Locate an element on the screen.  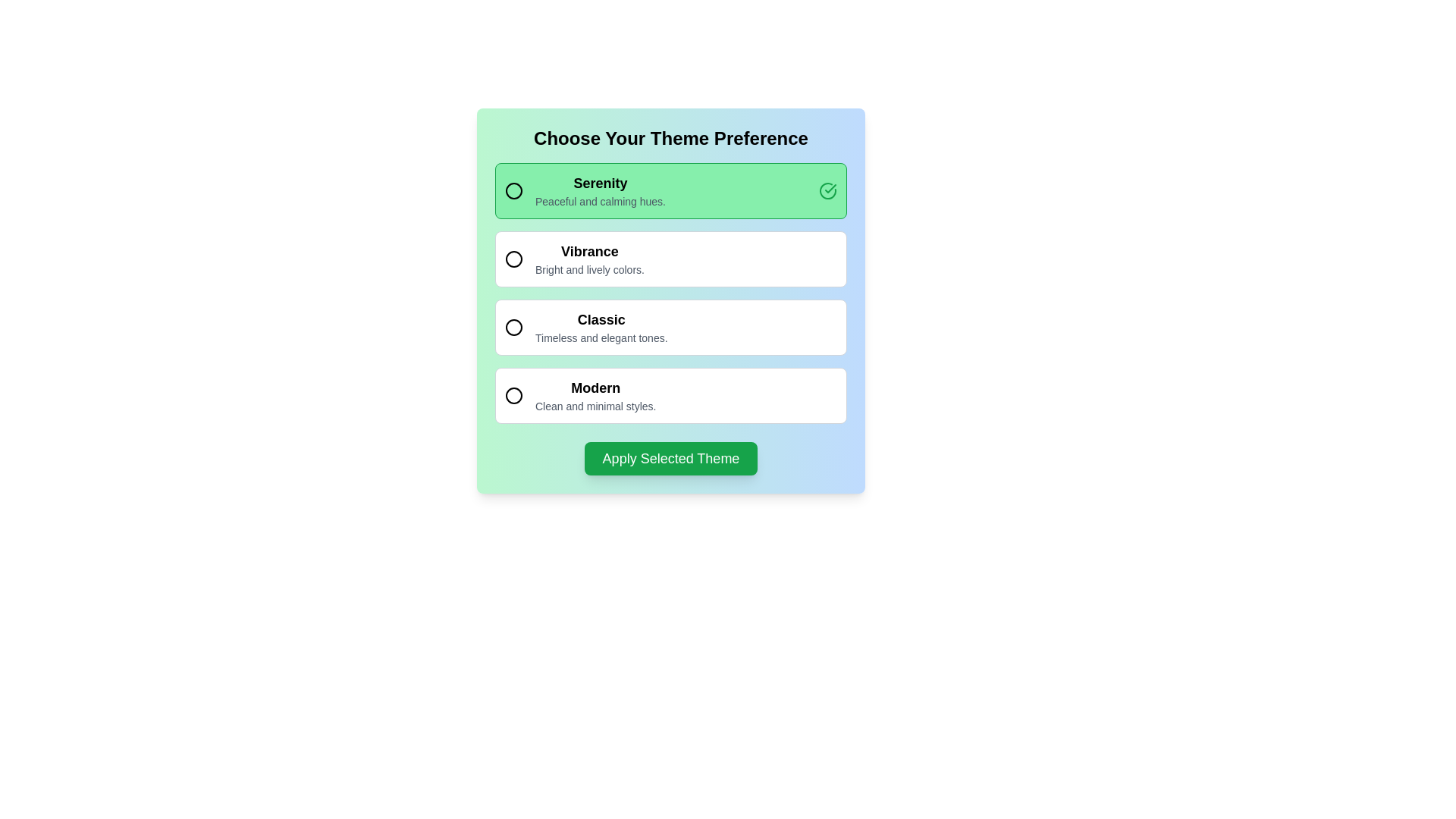
the selectable card for the 'Modern' theme, which features a radio button and is the last item in the theme selection list is located at coordinates (670, 394).